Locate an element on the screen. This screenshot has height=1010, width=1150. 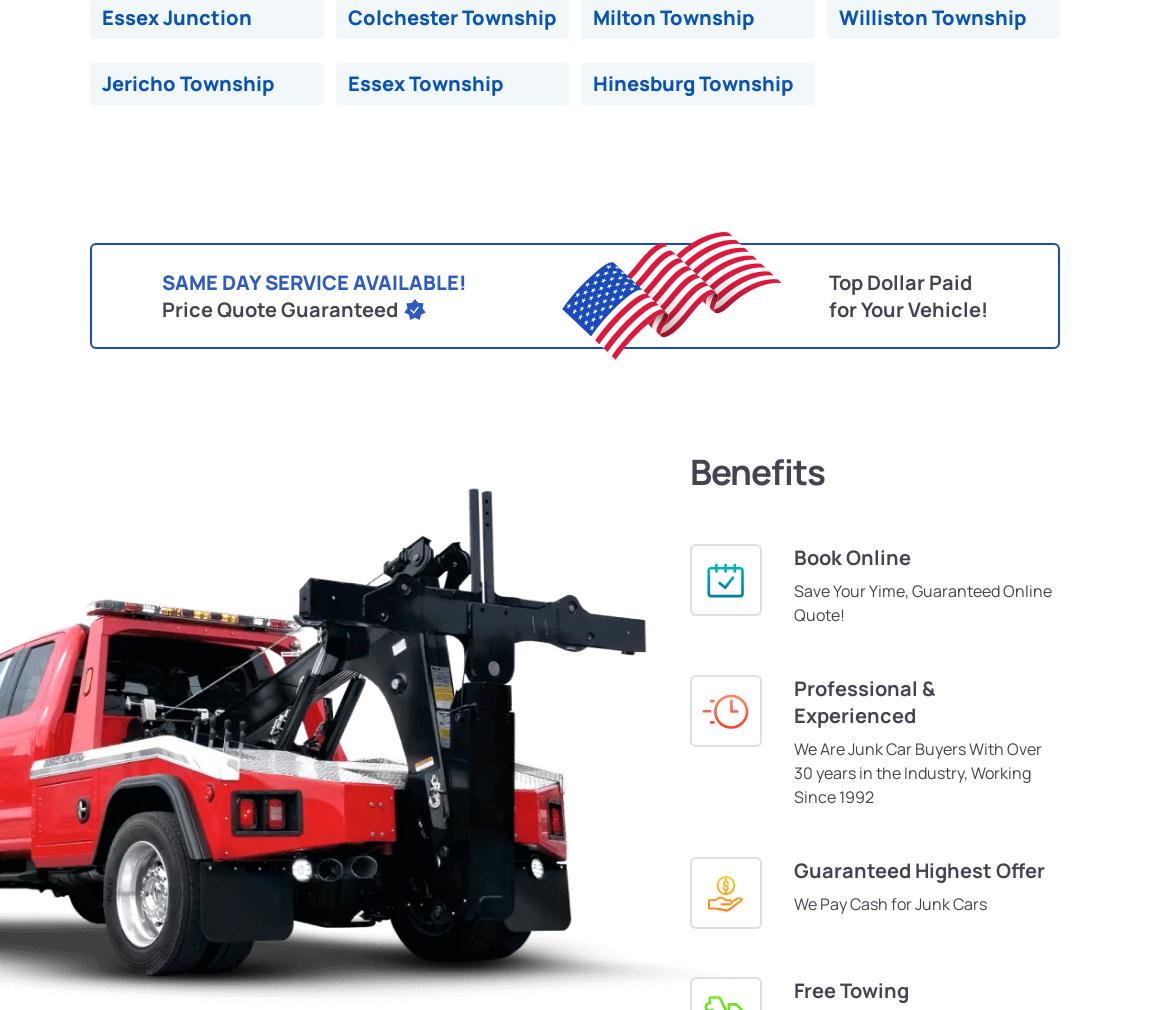
'Milton Township' is located at coordinates (672, 16).